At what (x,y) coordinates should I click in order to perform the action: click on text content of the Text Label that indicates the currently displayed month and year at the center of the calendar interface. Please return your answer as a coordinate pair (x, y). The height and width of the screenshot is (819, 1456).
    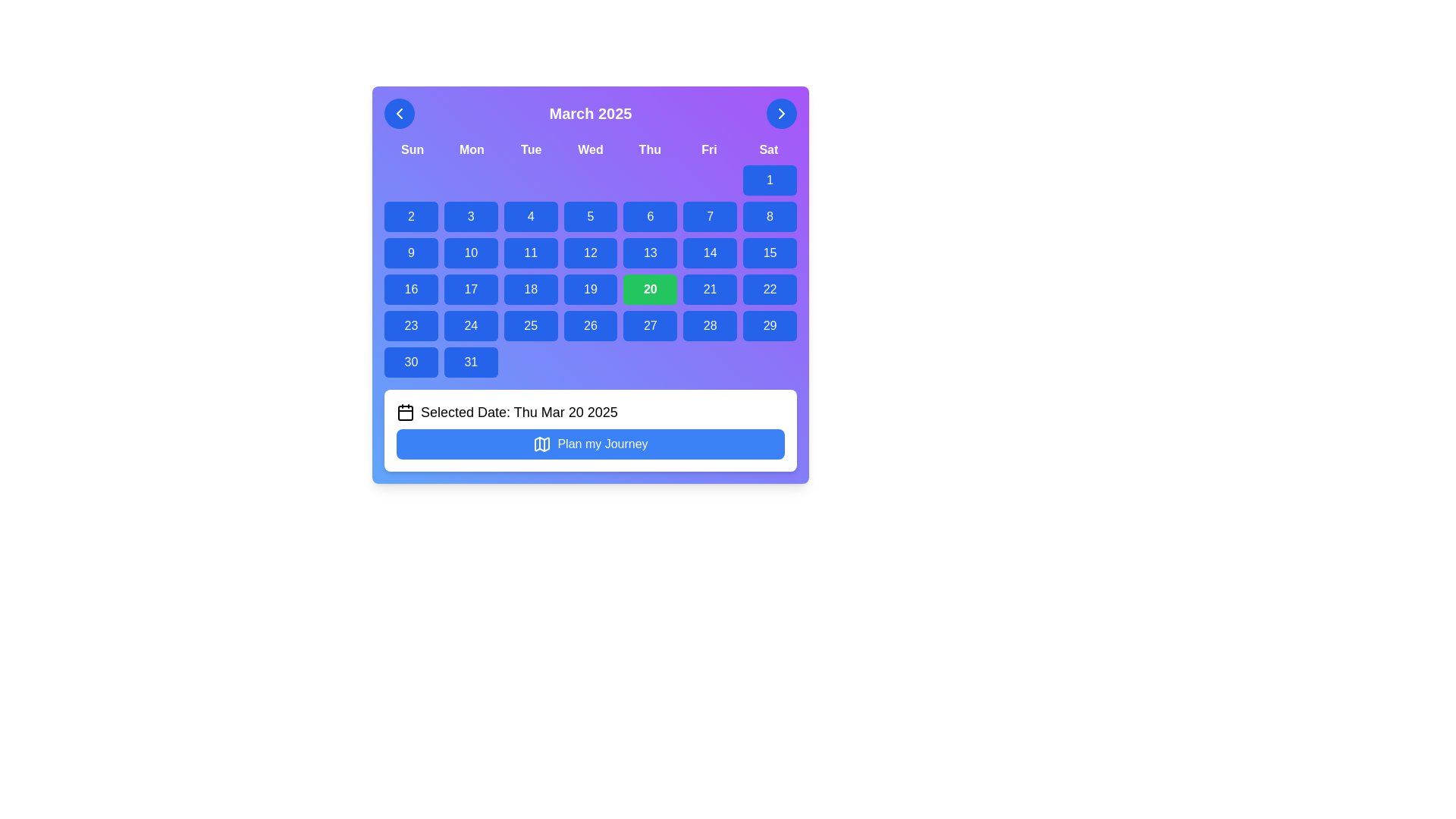
    Looking at the image, I should click on (589, 113).